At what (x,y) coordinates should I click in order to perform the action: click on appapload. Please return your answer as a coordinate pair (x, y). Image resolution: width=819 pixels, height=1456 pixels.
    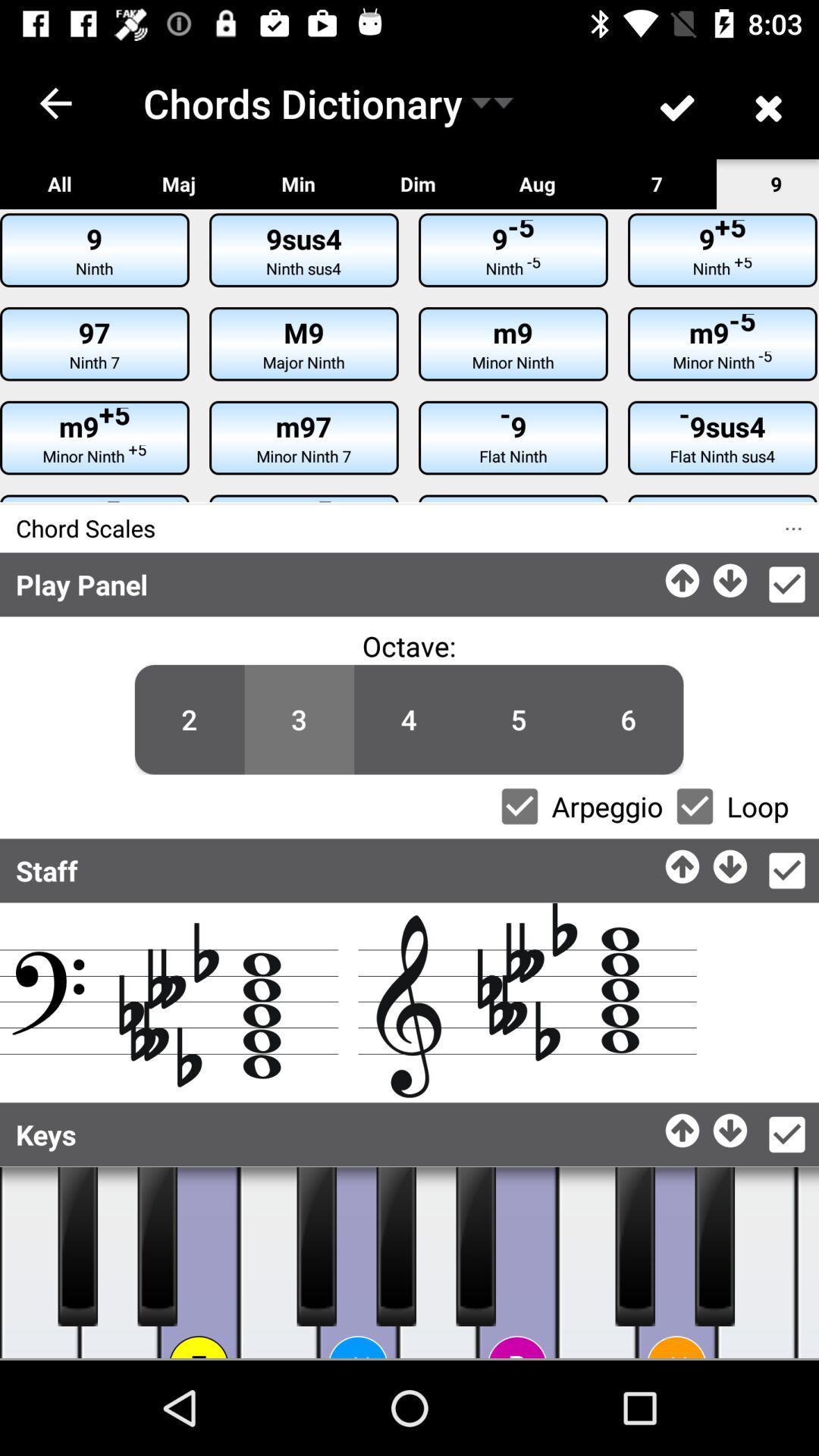
    Looking at the image, I should click on (683, 1126).